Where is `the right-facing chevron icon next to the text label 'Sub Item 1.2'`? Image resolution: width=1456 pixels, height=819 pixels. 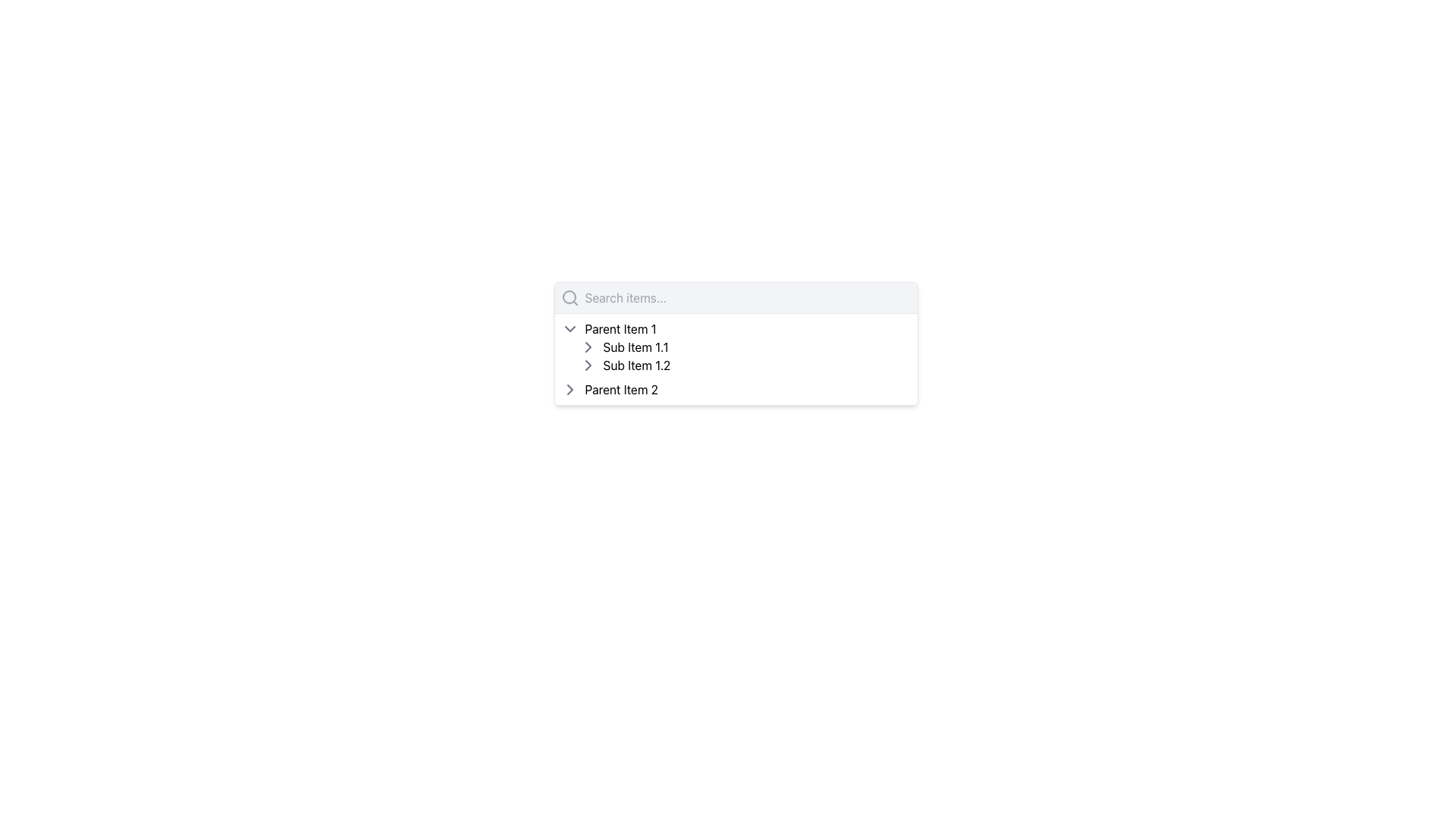 the right-facing chevron icon next to the text label 'Sub Item 1.2' is located at coordinates (587, 366).